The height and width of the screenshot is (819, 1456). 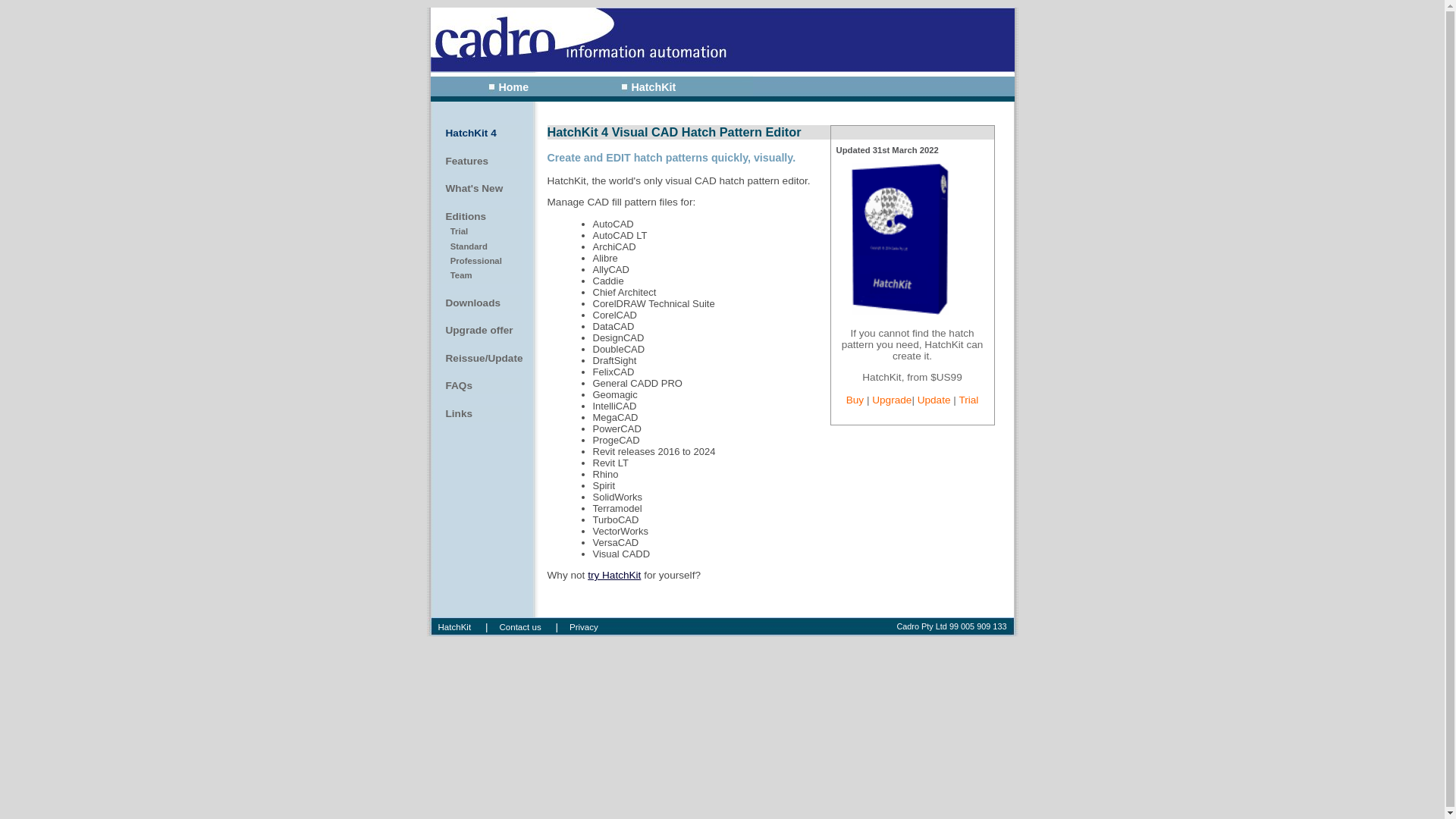 I want to click on 'Buy', so click(x=846, y=399).